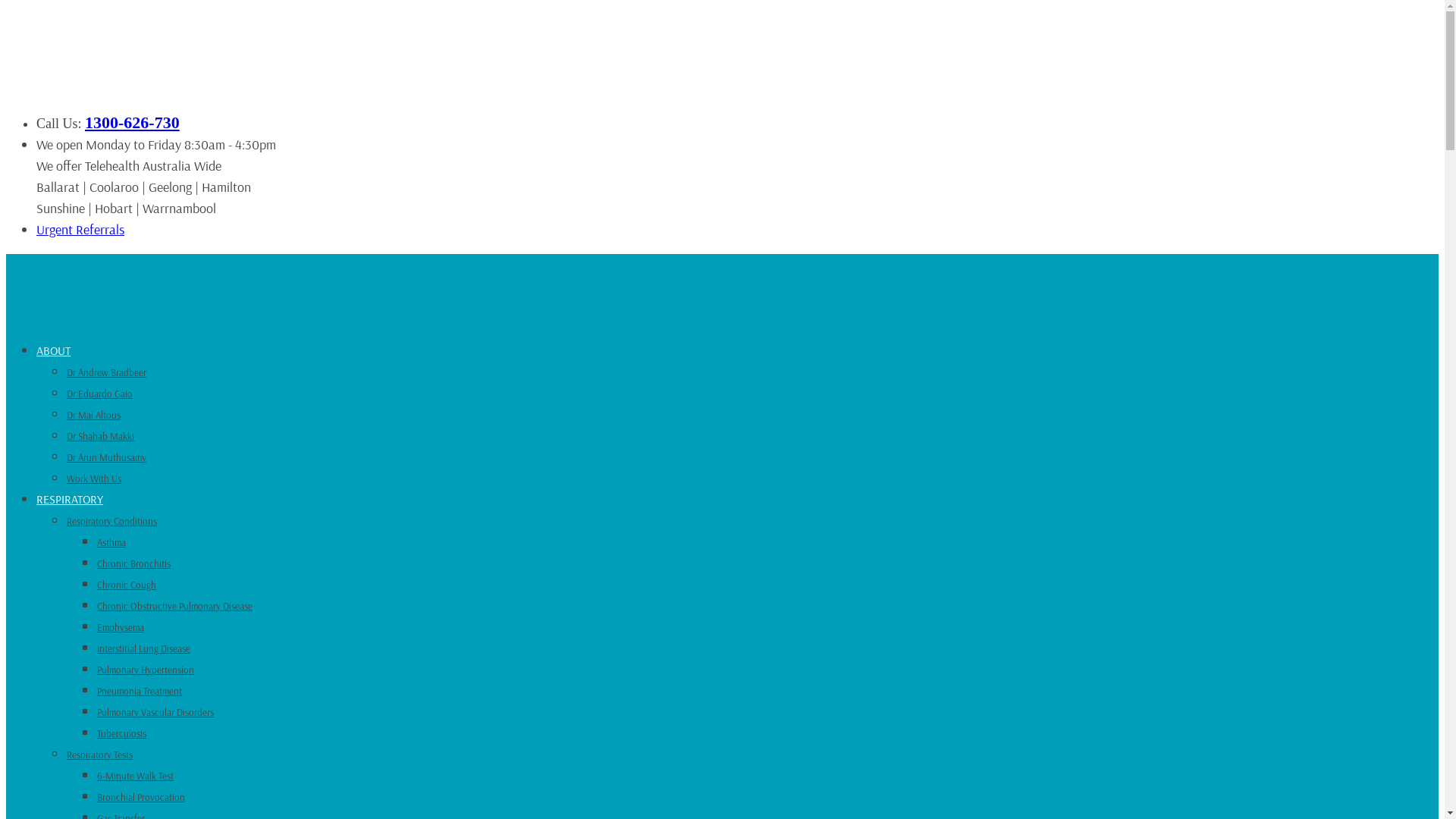 The height and width of the screenshot is (819, 1456). I want to click on '1300-626-730', so click(83, 121).